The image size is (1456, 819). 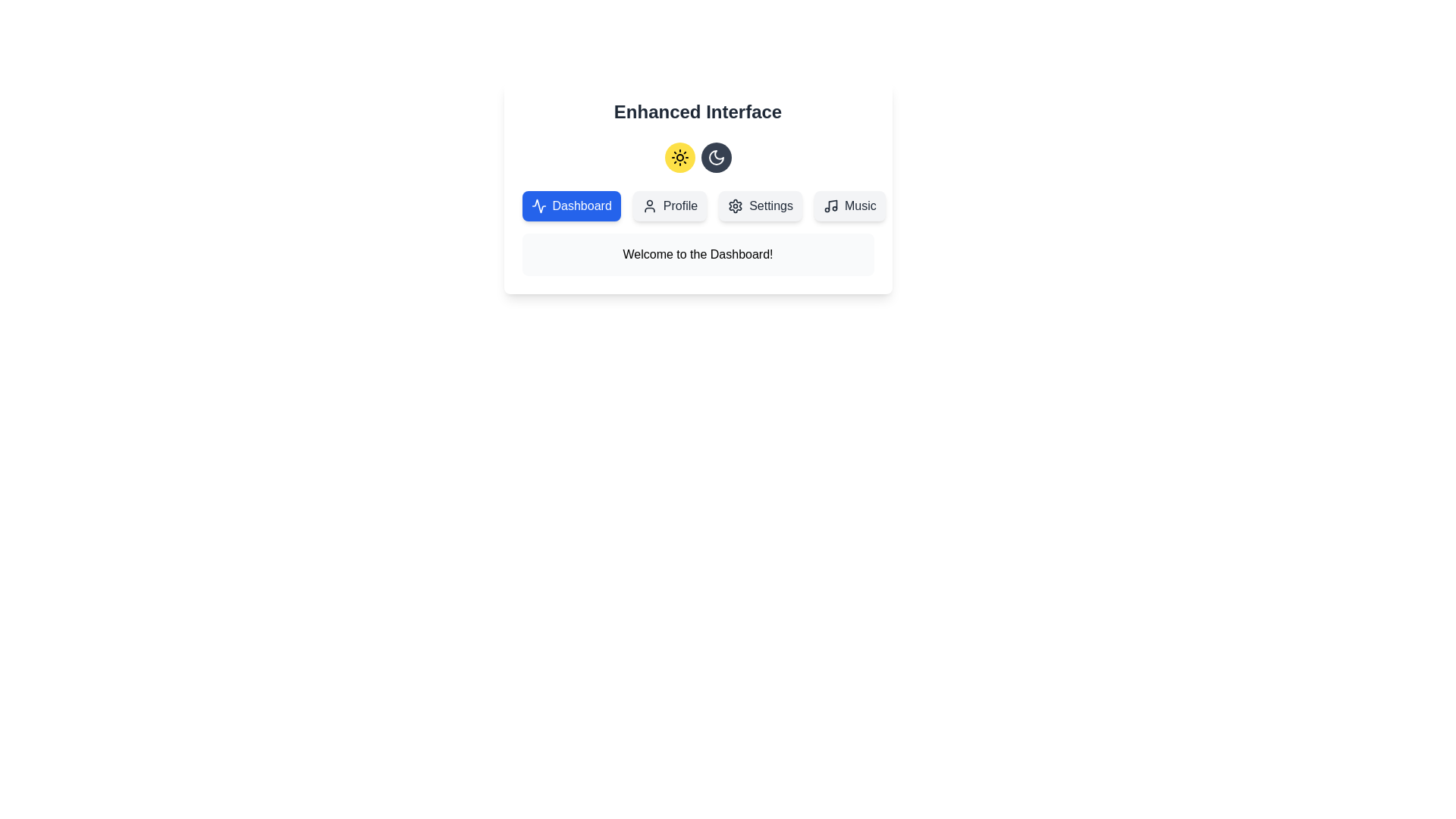 I want to click on the 'Music' text label, so click(x=860, y=206).